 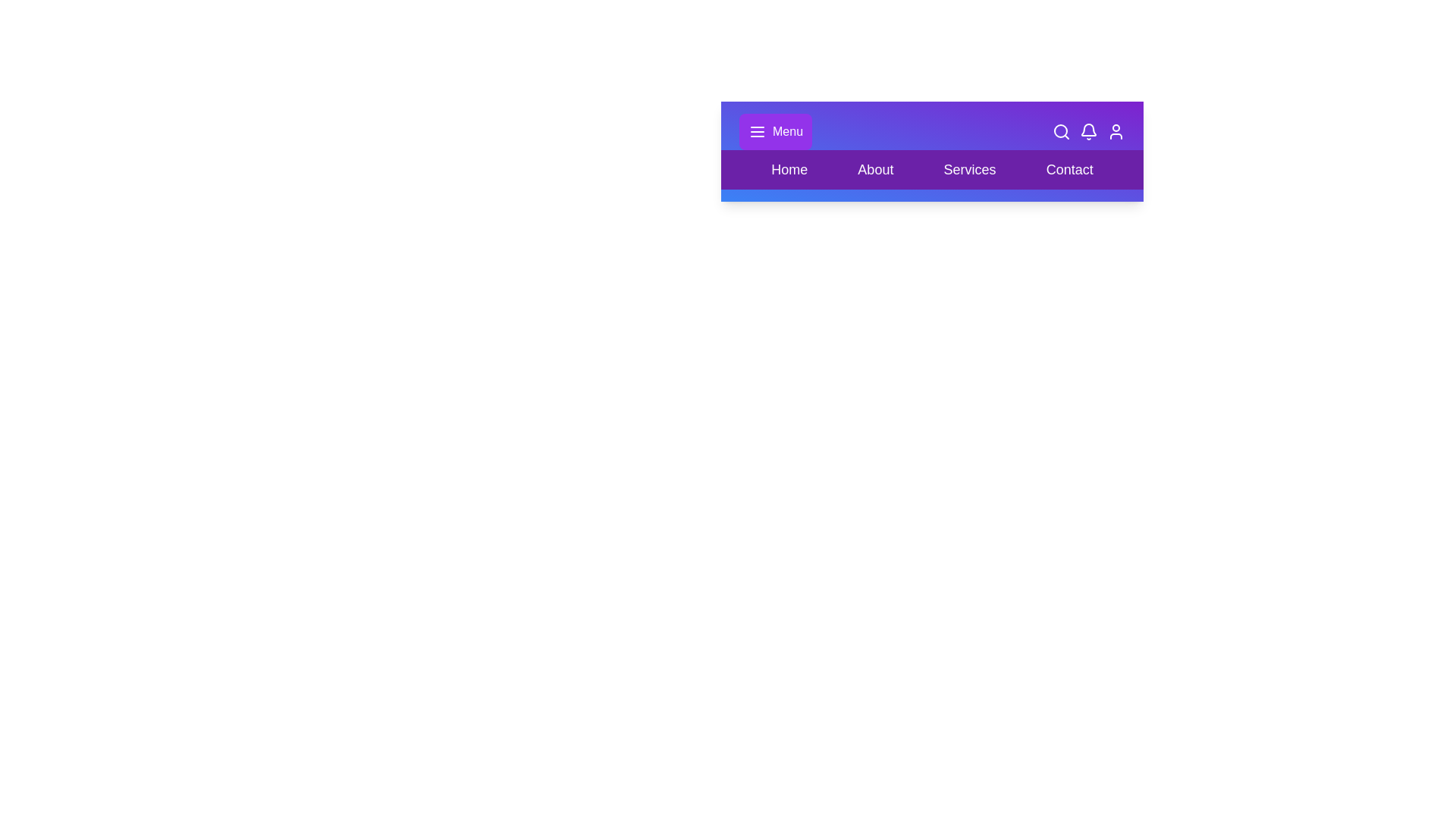 I want to click on 'Toggle Menu' button to toggle the visibility of the menu, so click(x=775, y=130).